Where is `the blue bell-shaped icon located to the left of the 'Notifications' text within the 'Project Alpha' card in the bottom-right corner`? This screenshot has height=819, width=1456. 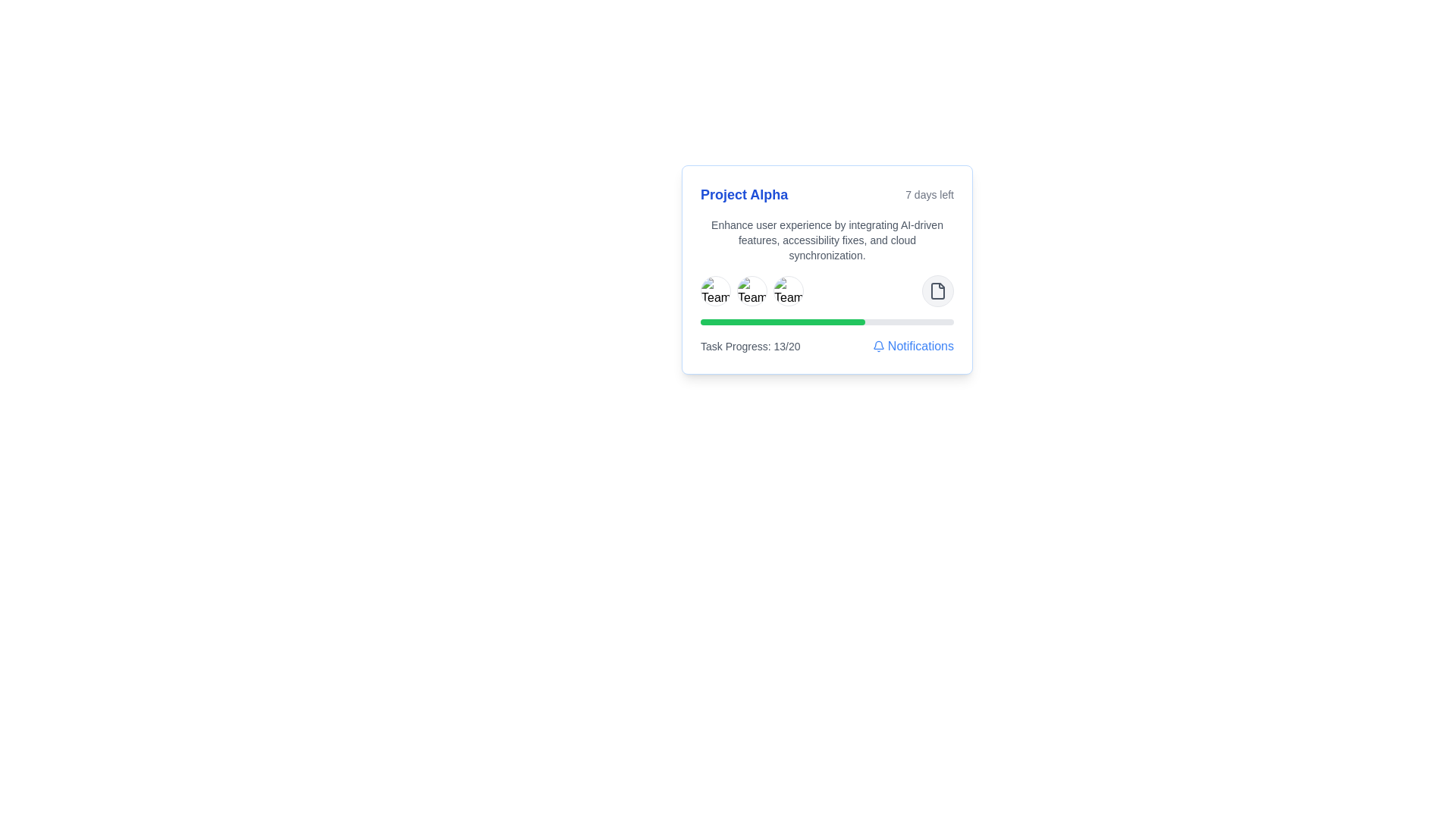 the blue bell-shaped icon located to the left of the 'Notifications' text within the 'Project Alpha' card in the bottom-right corner is located at coordinates (878, 346).